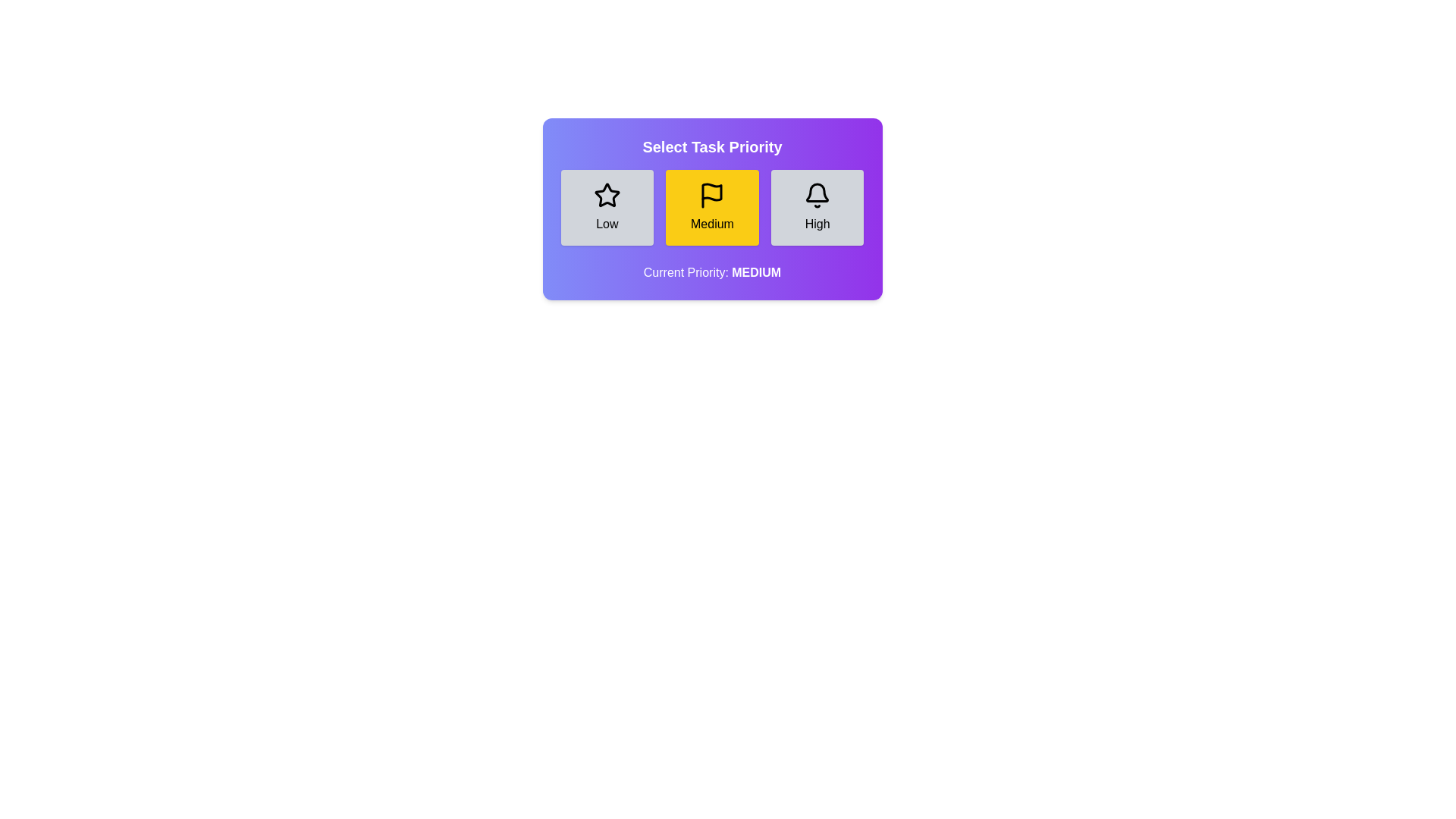  What do you see at coordinates (817, 207) in the screenshot?
I see `the priority button labeled High to observe its hover effect` at bounding box center [817, 207].